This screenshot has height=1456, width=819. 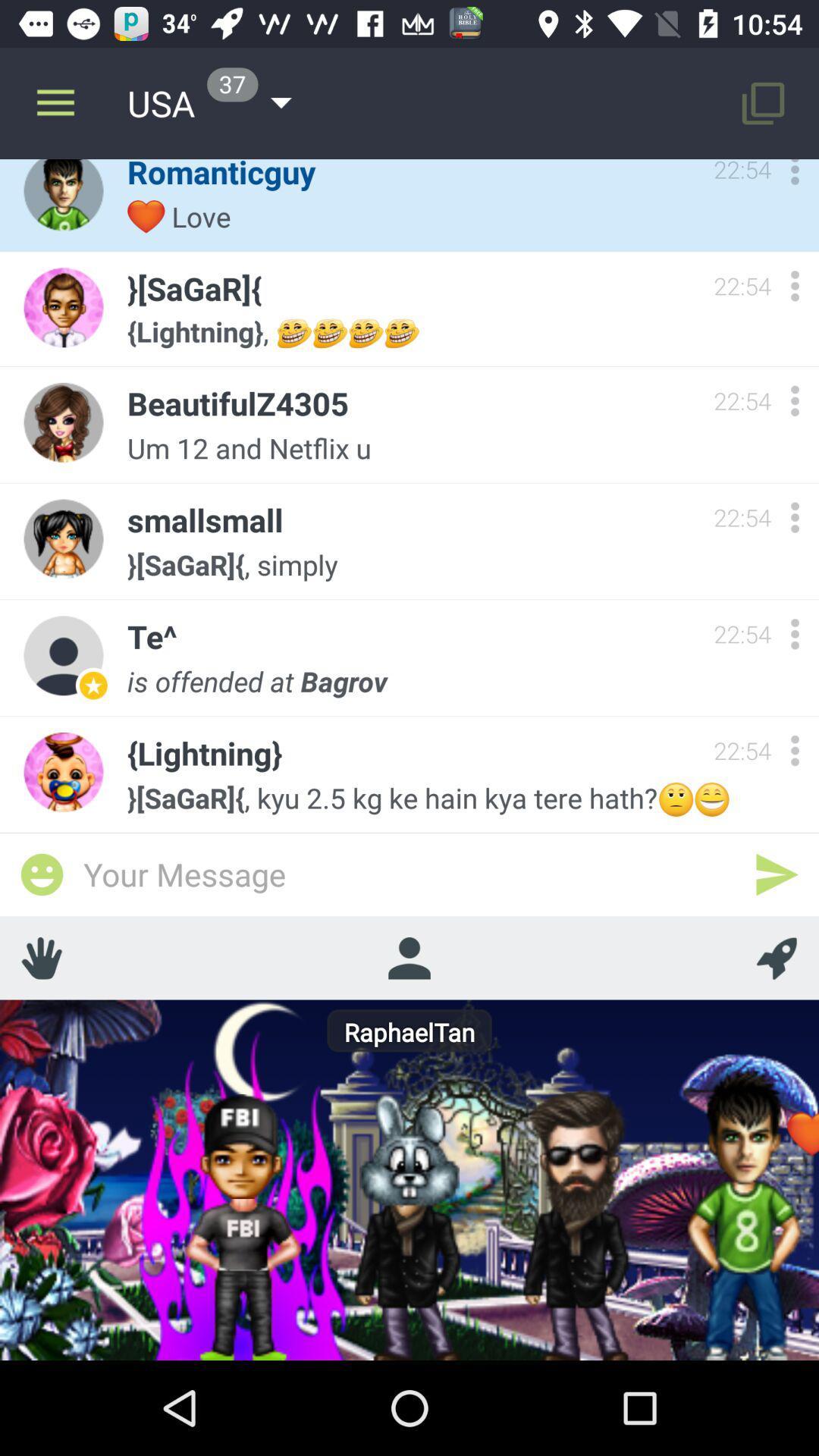 I want to click on the emoji icon, so click(x=41, y=874).